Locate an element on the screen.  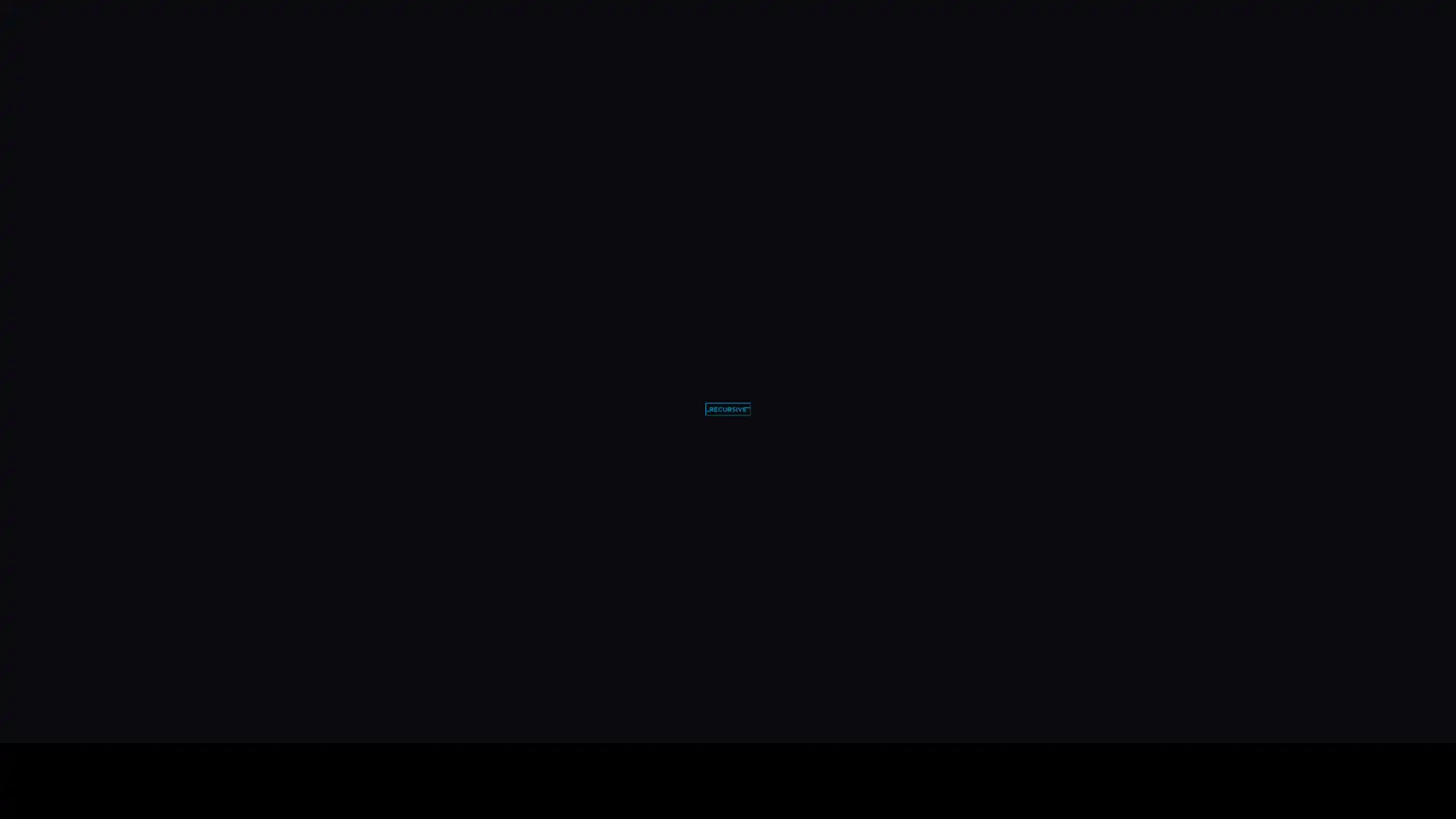
play is located at coordinates (36, 776).